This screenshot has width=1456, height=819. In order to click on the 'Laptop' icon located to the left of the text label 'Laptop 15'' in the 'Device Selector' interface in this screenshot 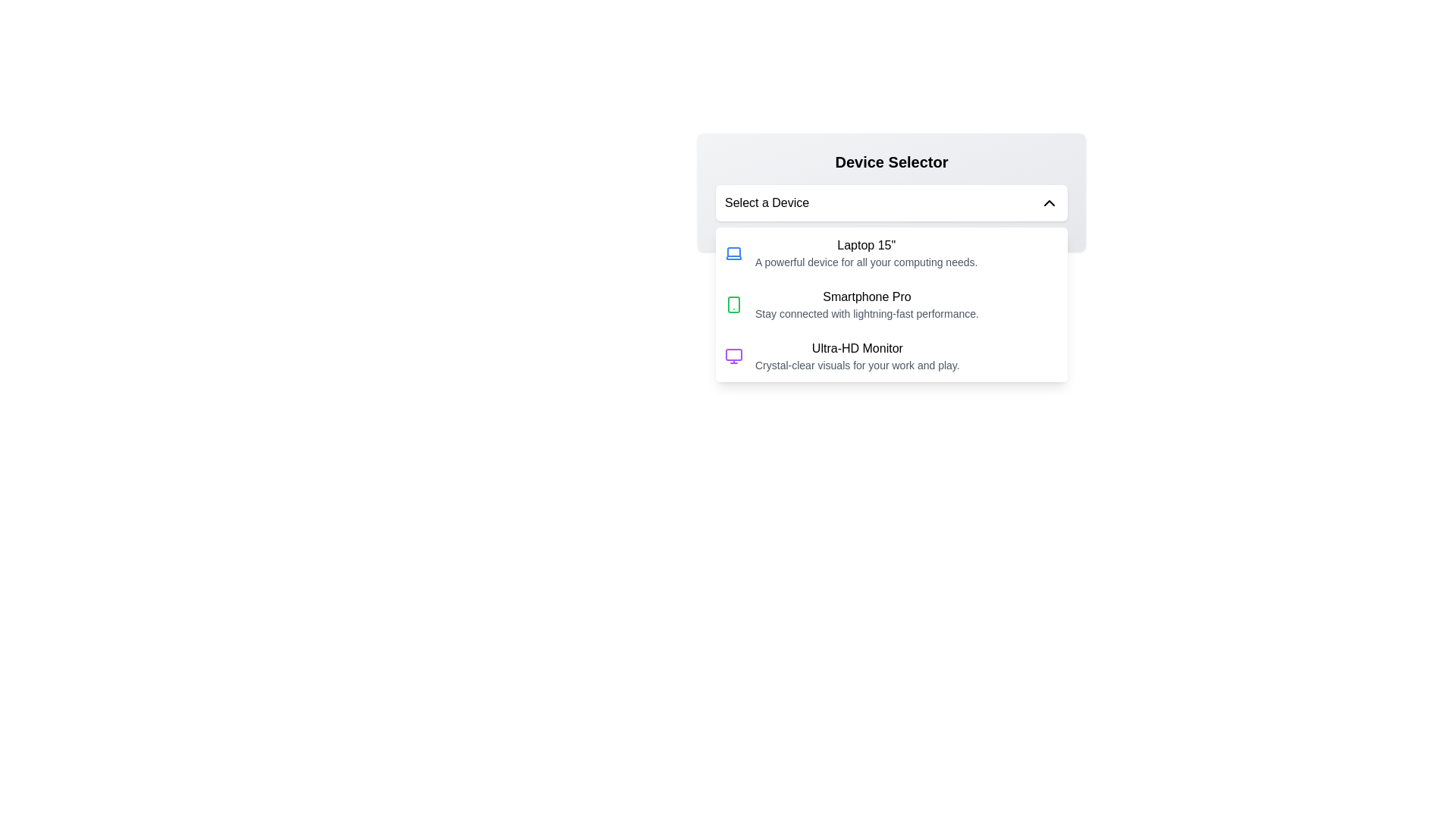, I will do `click(734, 253)`.